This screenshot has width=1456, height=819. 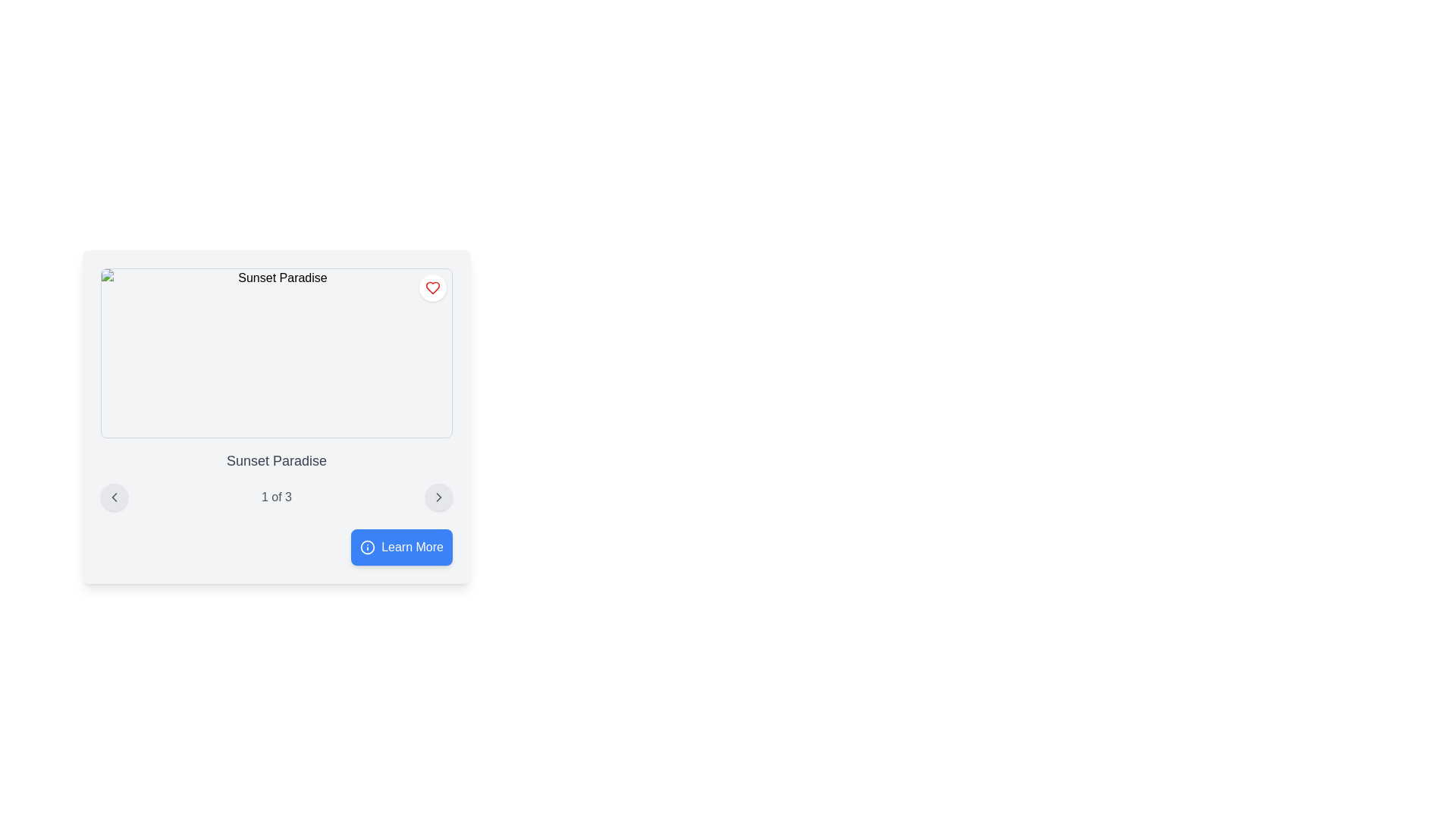 I want to click on the right-pointing chevron icon within the gray circular button located at the bottom-right corner of the card labeled 'Sunset Paradise', so click(x=438, y=497).